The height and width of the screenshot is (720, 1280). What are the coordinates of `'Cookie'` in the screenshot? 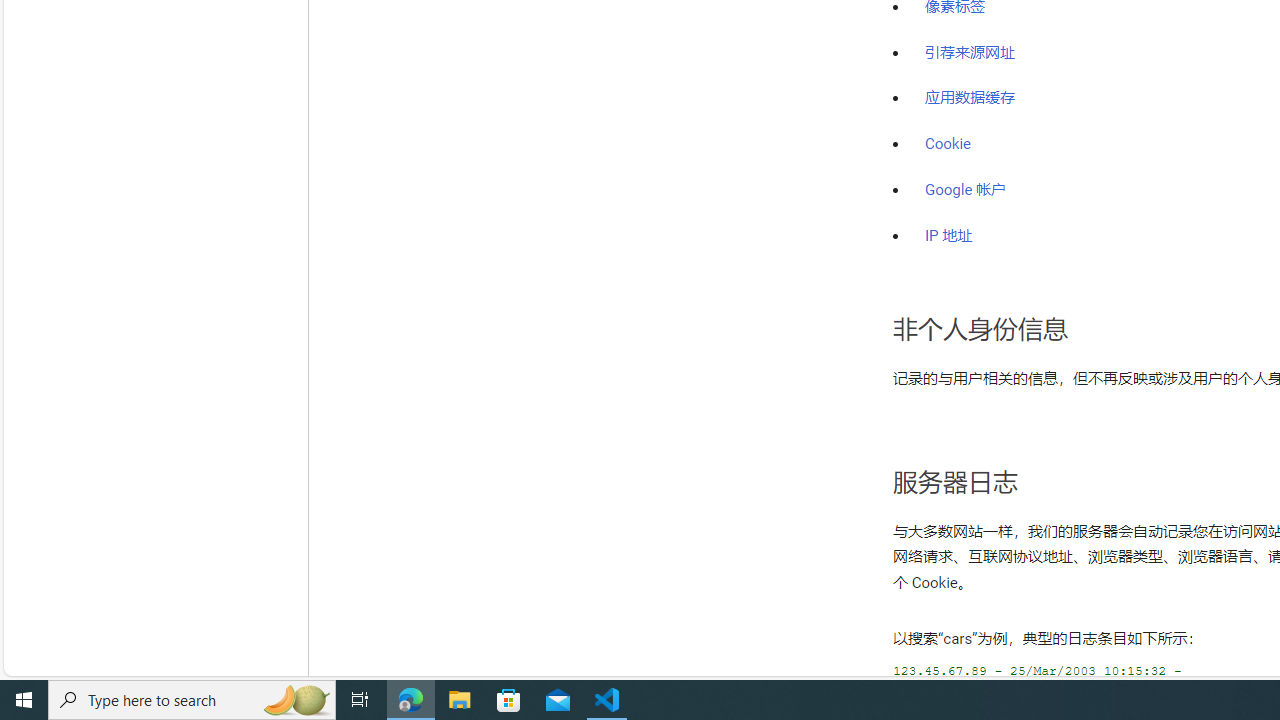 It's located at (947, 143).